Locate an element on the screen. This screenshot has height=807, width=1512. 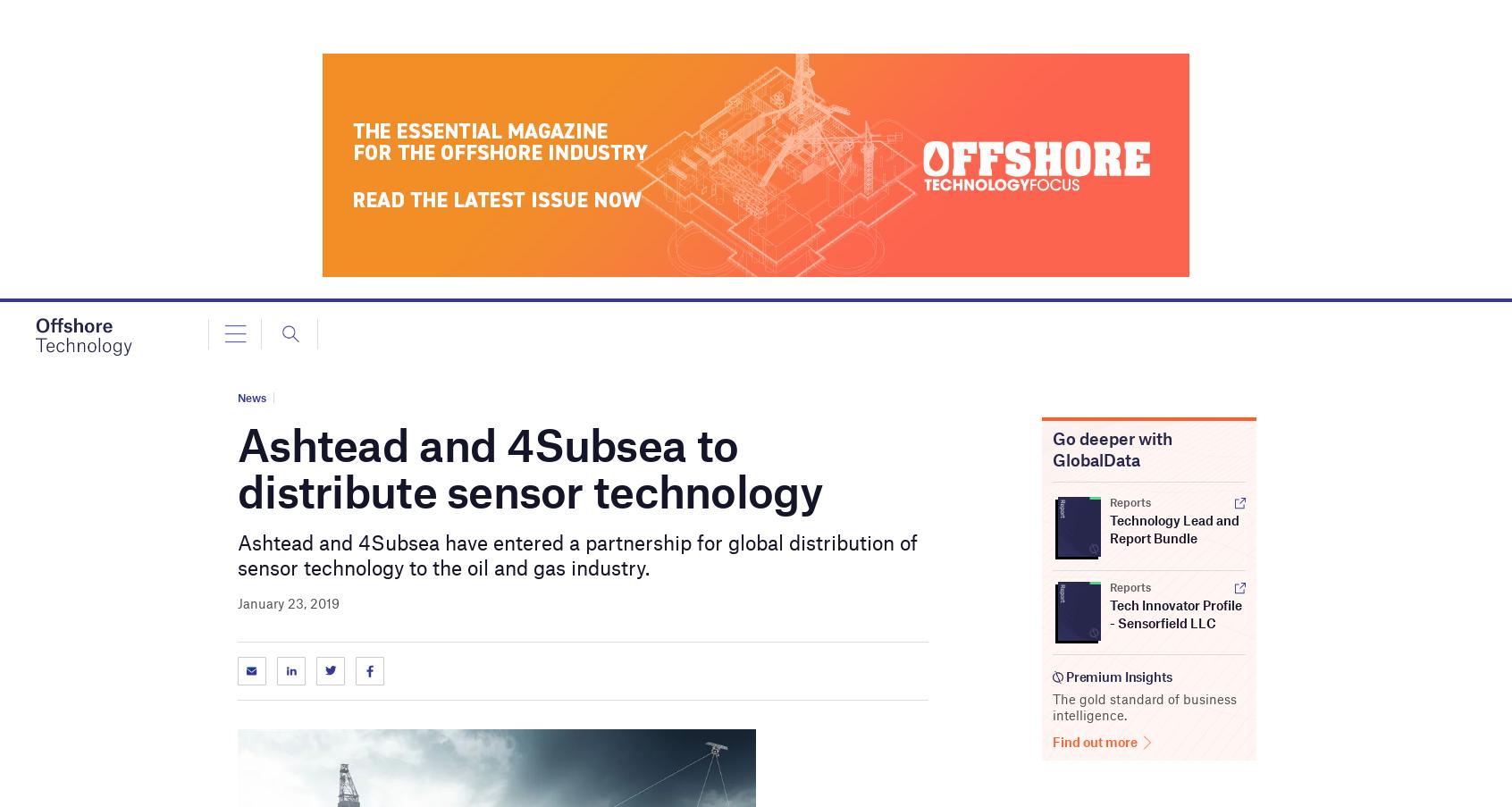
'Company Releases' is located at coordinates (106, 214).